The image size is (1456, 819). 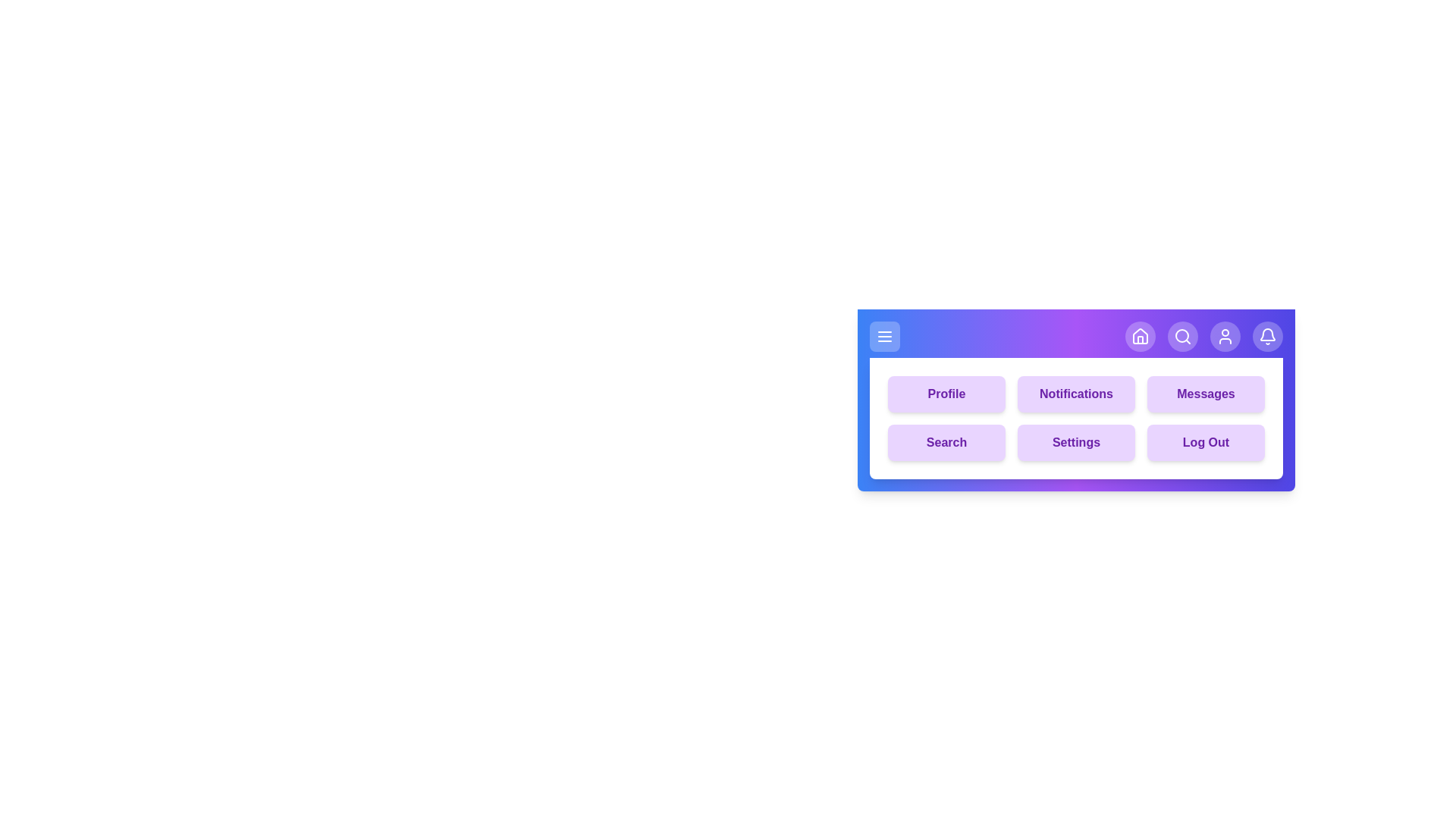 What do you see at coordinates (1225, 335) in the screenshot?
I see `the user icon in the navigation bar` at bounding box center [1225, 335].